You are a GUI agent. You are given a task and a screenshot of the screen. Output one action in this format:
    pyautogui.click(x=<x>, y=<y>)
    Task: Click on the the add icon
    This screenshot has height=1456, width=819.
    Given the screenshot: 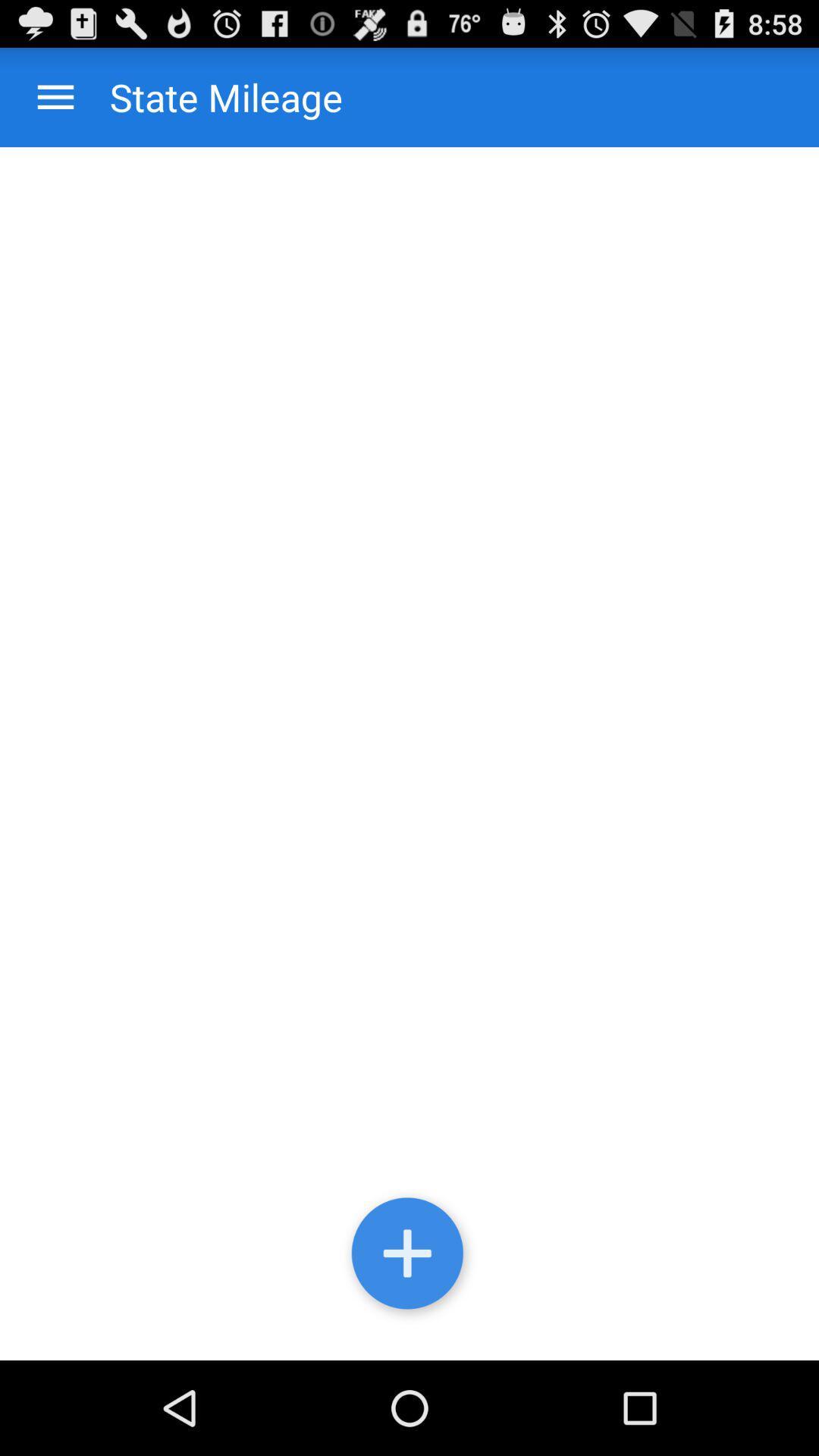 What is the action you would take?
    pyautogui.click(x=409, y=1345)
    